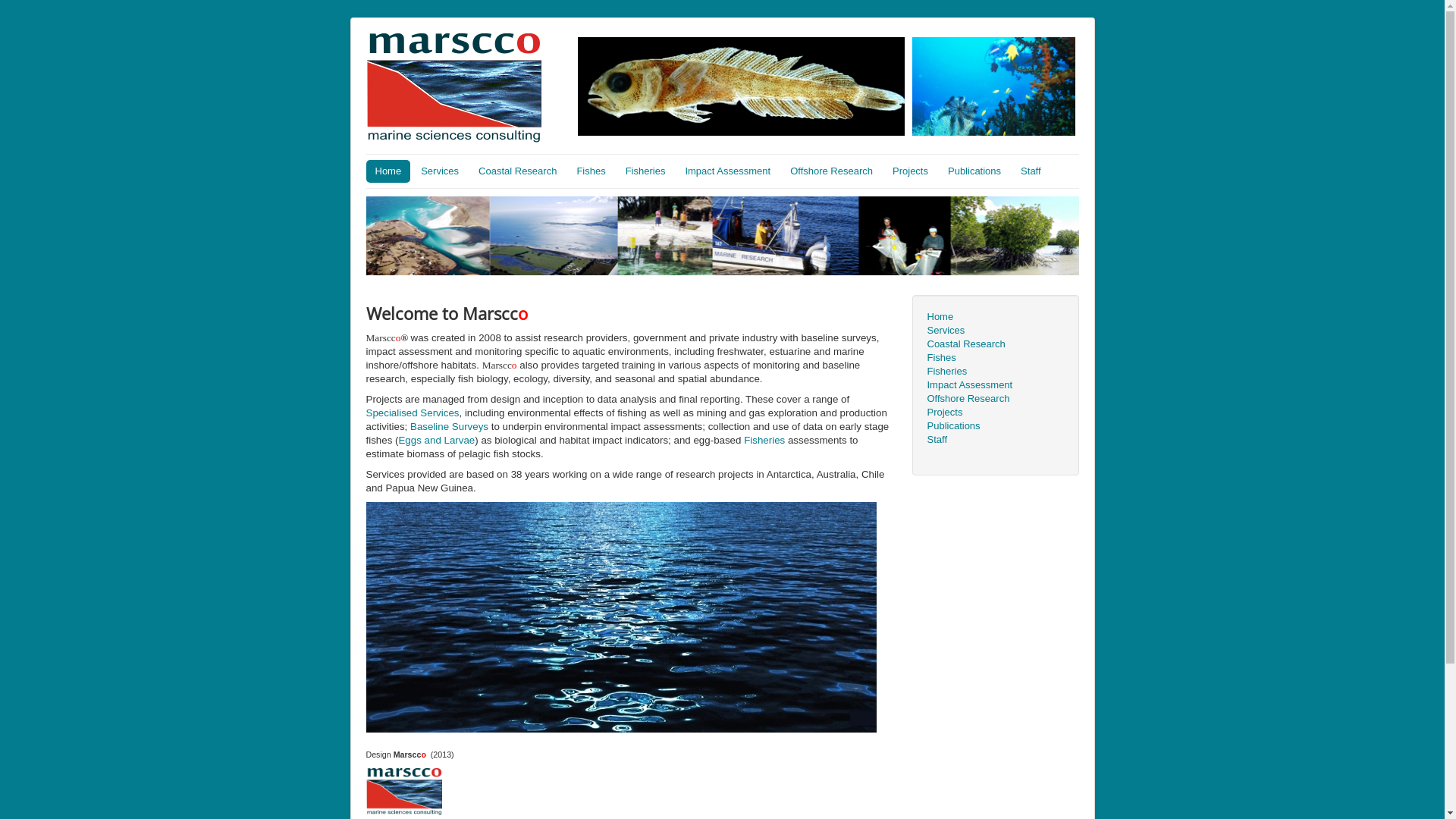 The height and width of the screenshot is (819, 1456). What do you see at coordinates (448, 426) in the screenshot?
I see `'Baseline Surveys'` at bounding box center [448, 426].